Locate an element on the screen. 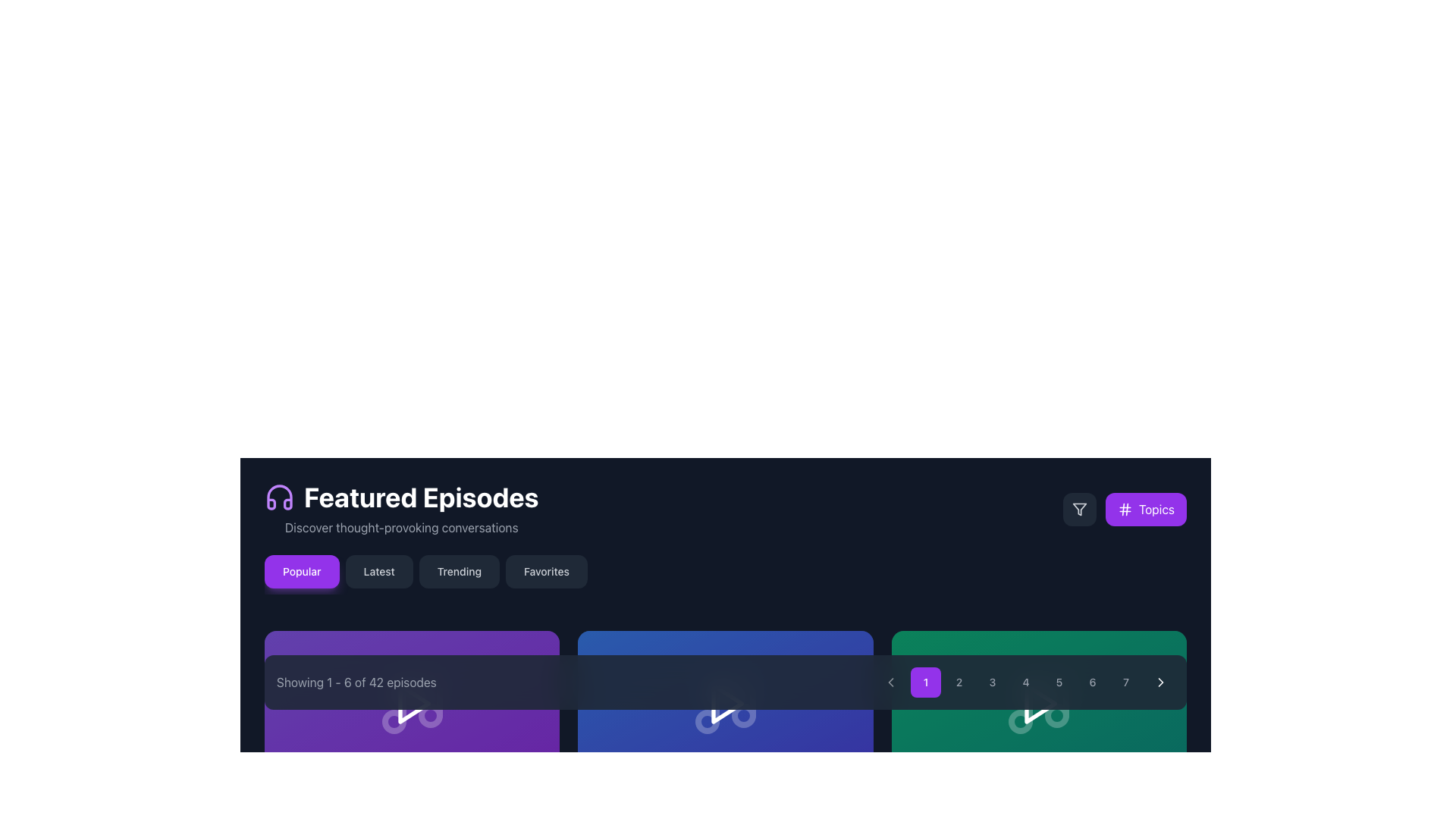  the seventh button in the pagination control to trigger the hover effect is located at coordinates (1125, 681).